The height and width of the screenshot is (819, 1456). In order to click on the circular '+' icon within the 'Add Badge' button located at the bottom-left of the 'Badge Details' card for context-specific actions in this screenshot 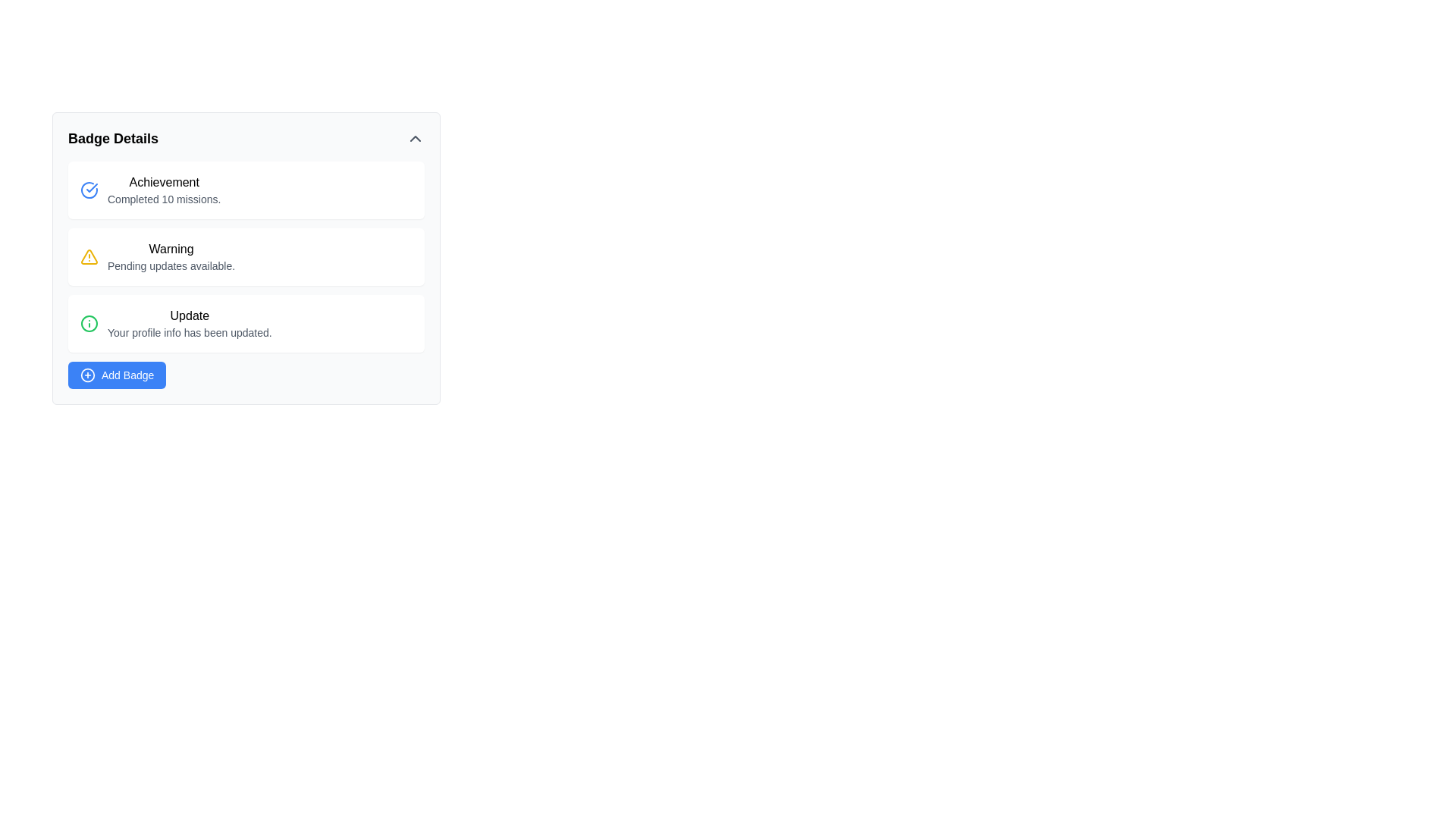, I will do `click(86, 375)`.